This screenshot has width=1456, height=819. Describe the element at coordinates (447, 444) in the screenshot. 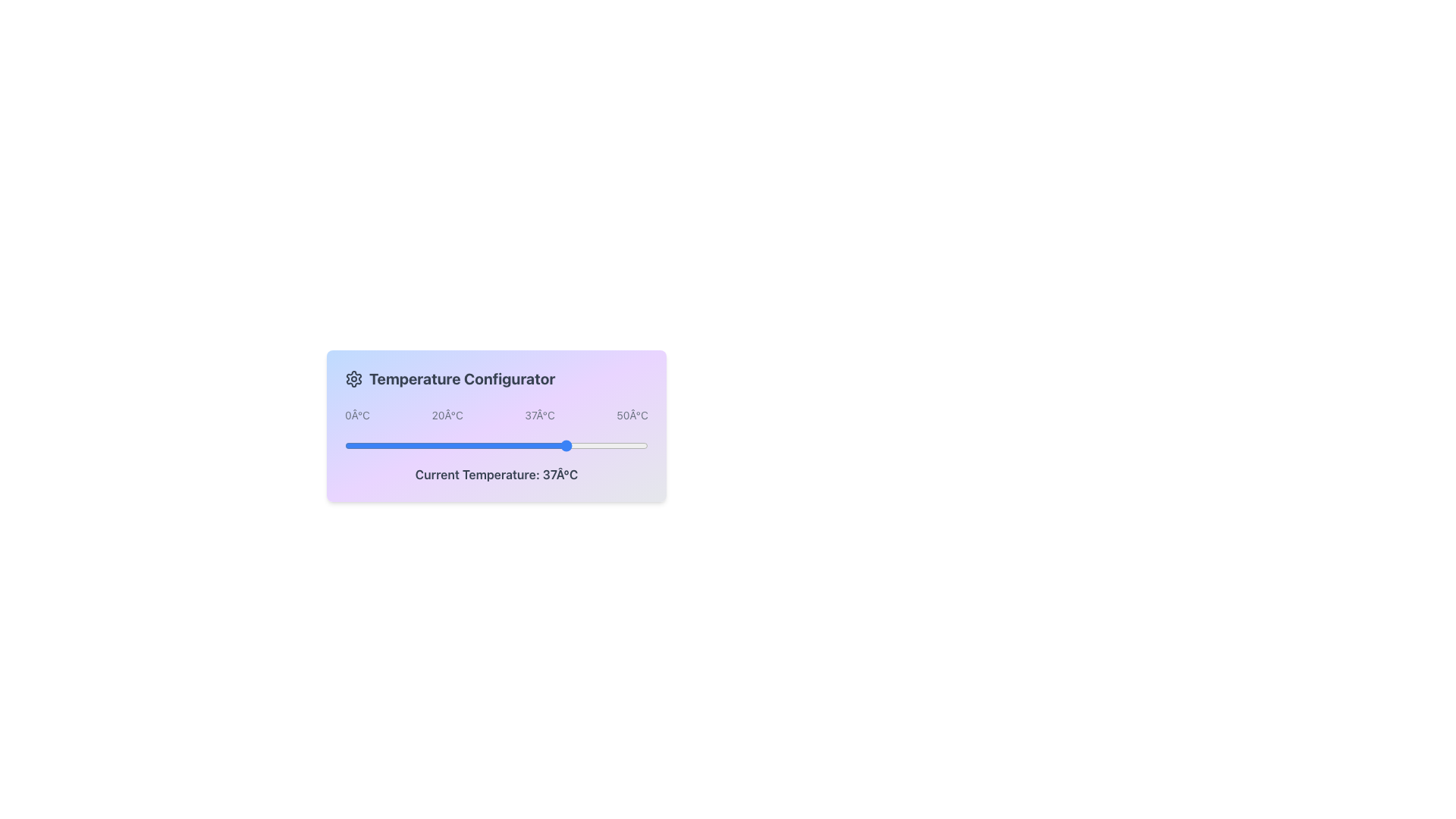

I see `the temperature` at that location.